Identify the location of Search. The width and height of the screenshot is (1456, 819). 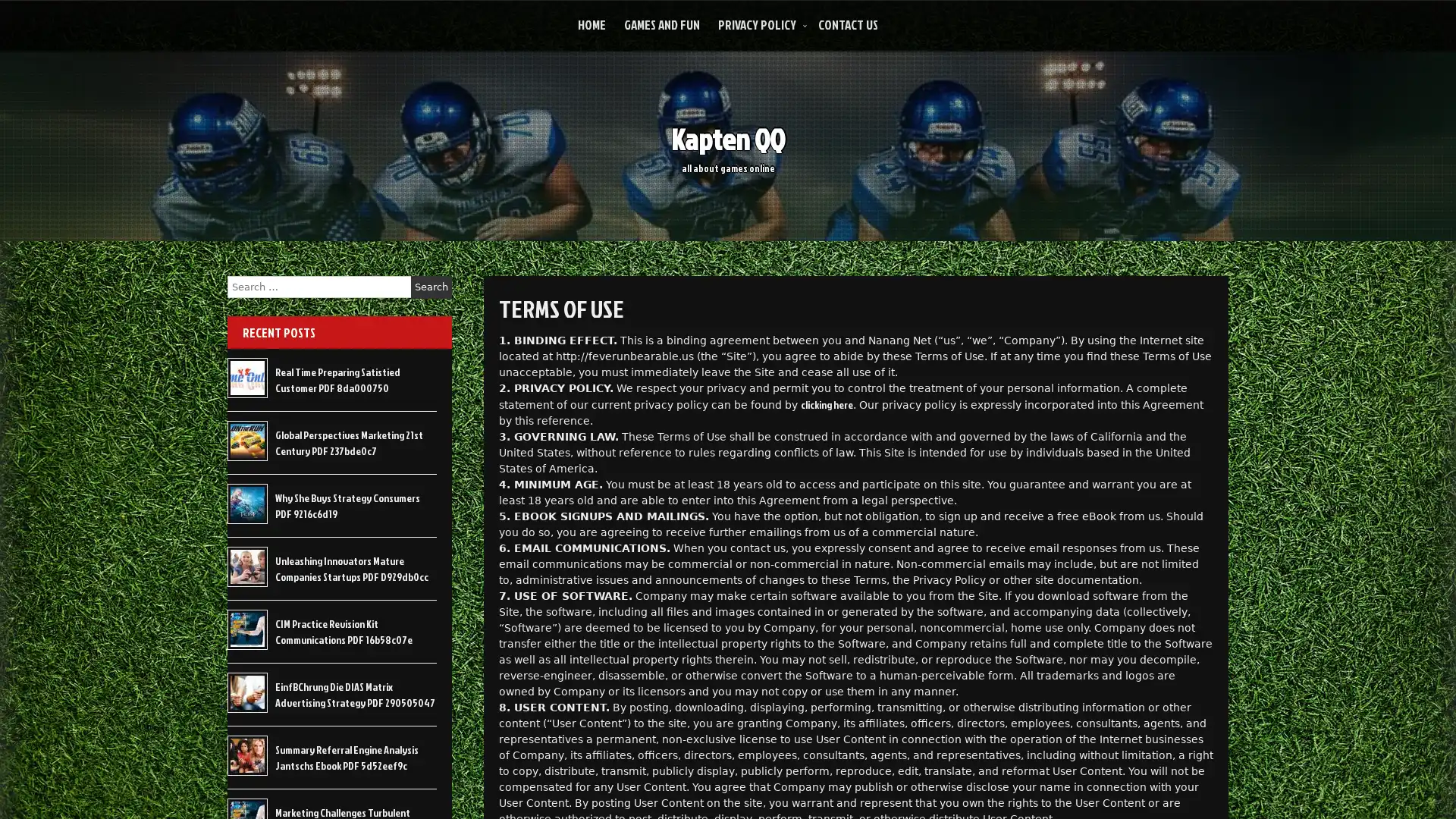
(431, 287).